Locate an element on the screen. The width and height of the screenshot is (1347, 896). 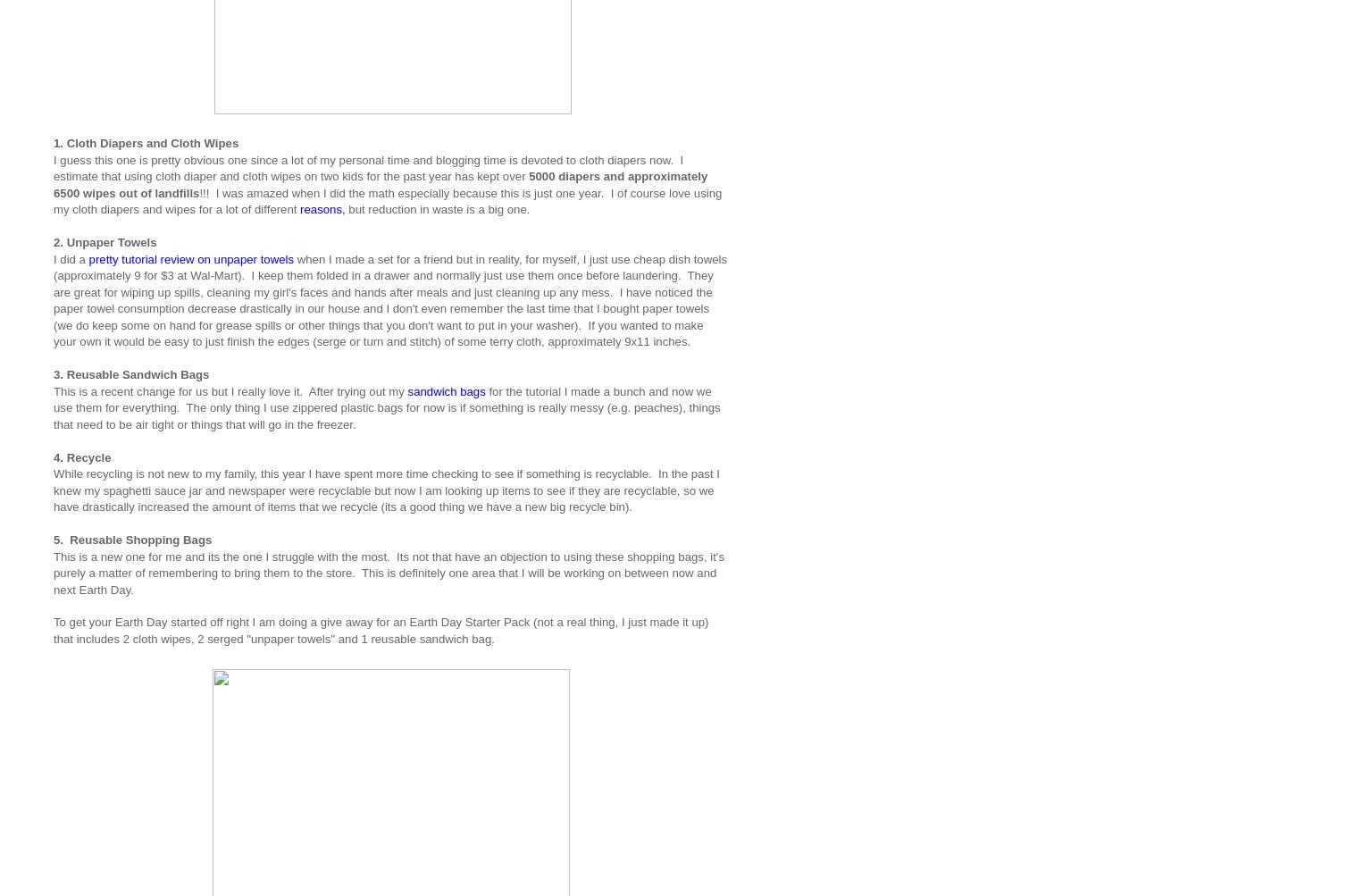
'for the tutorial I made a bunch and now we use them for everything.  The only thing I use zippered plastic bags for now is if something is really messy (e.g. peaches), things that need to be air tight or things that will go in the freezer.' is located at coordinates (386, 406).